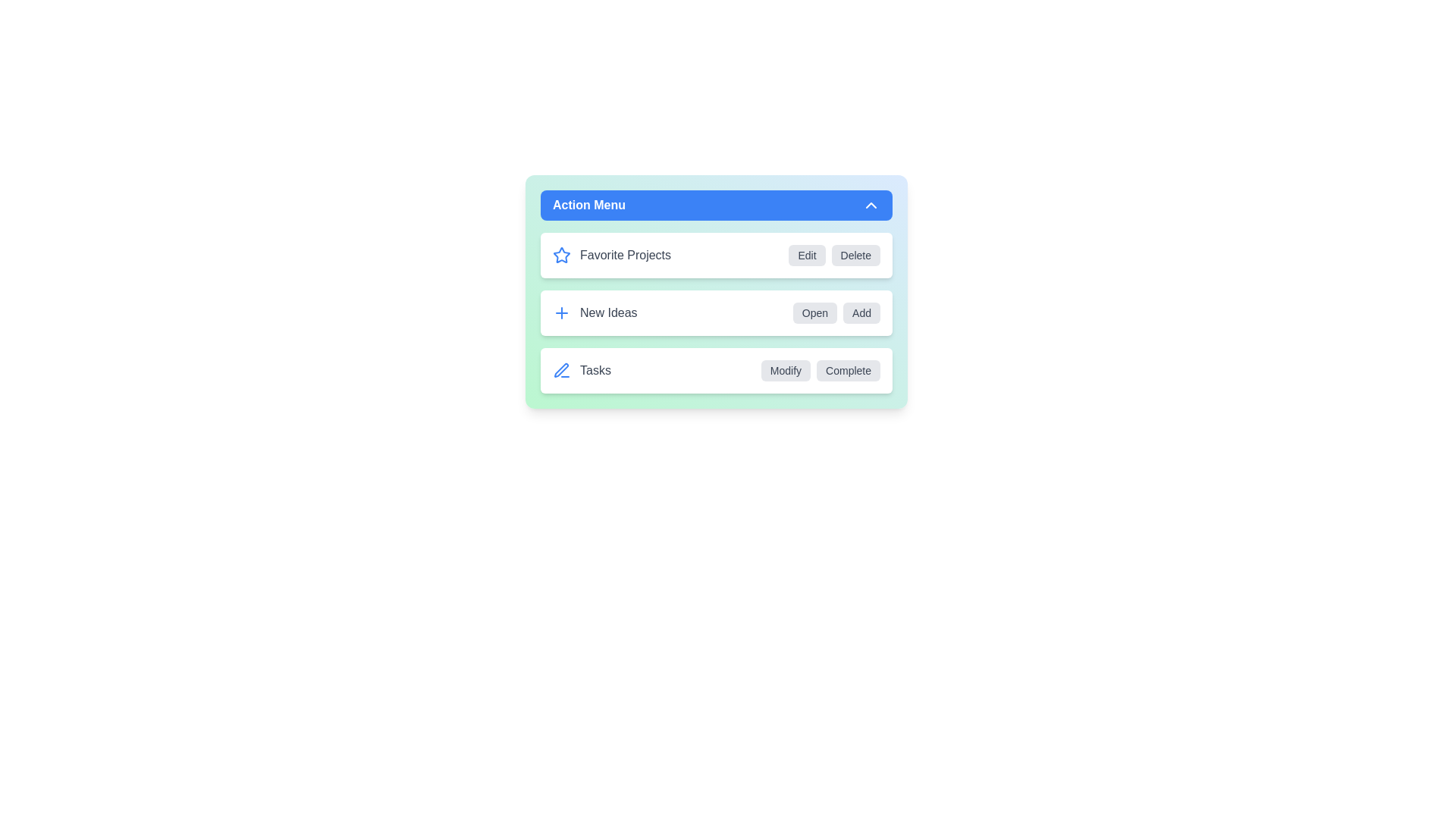 This screenshot has height=819, width=1456. Describe the element at coordinates (786, 371) in the screenshot. I see `the action button labeled Modify for the item Tasks` at that location.